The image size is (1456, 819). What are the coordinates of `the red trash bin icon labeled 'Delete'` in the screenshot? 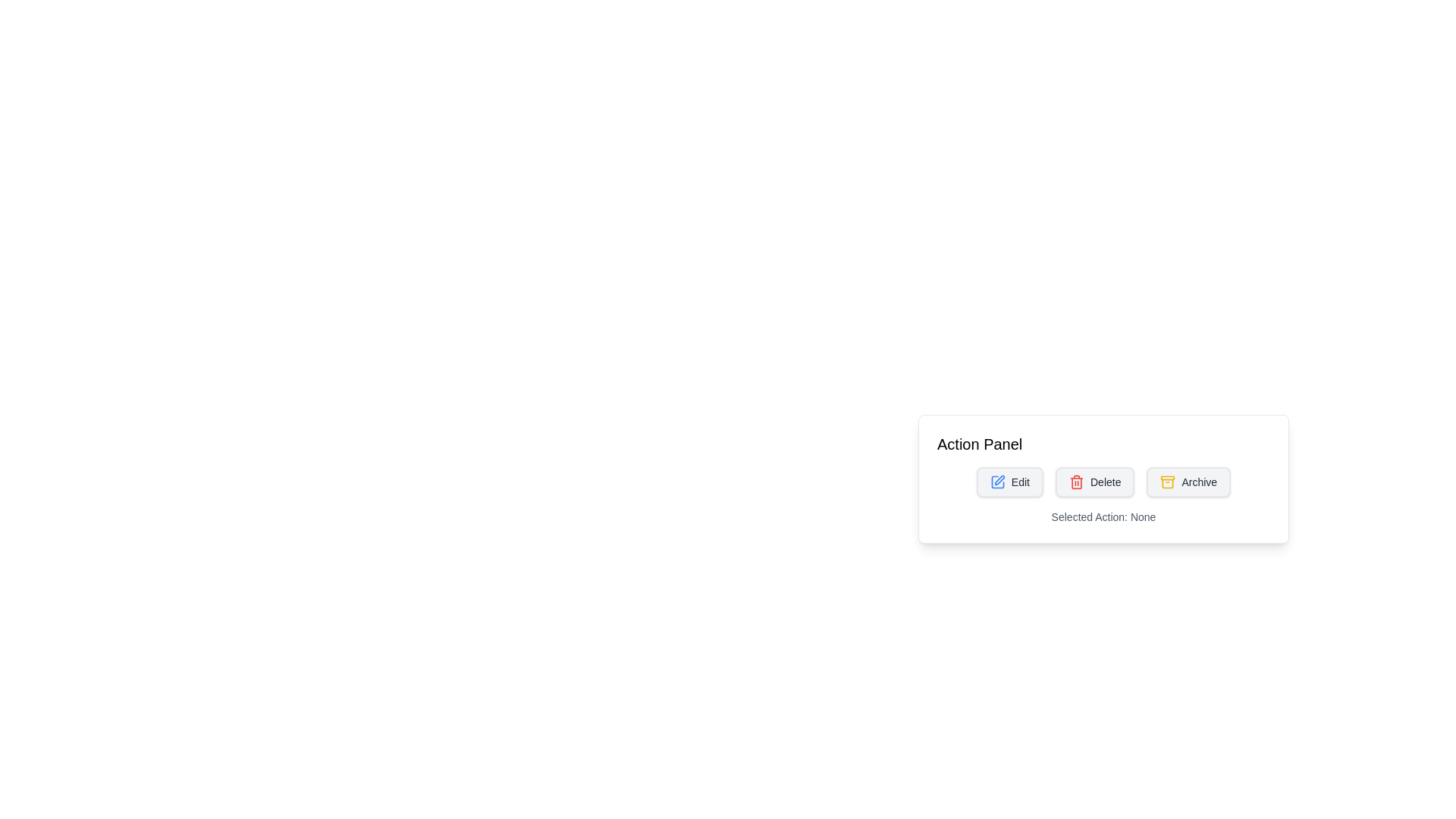 It's located at (1076, 482).